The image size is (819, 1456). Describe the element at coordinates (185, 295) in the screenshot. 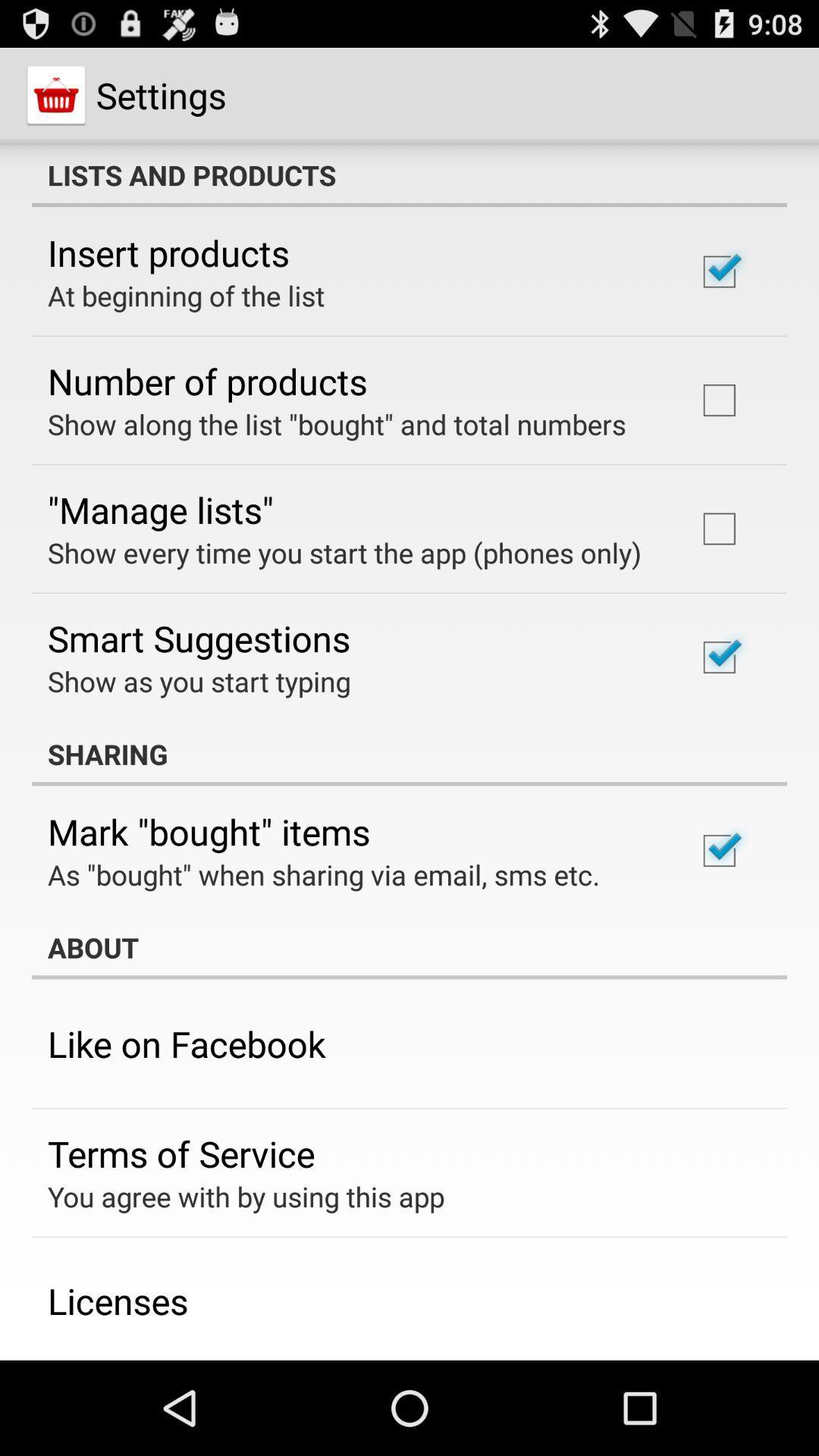

I see `icon above the number of products app` at that location.